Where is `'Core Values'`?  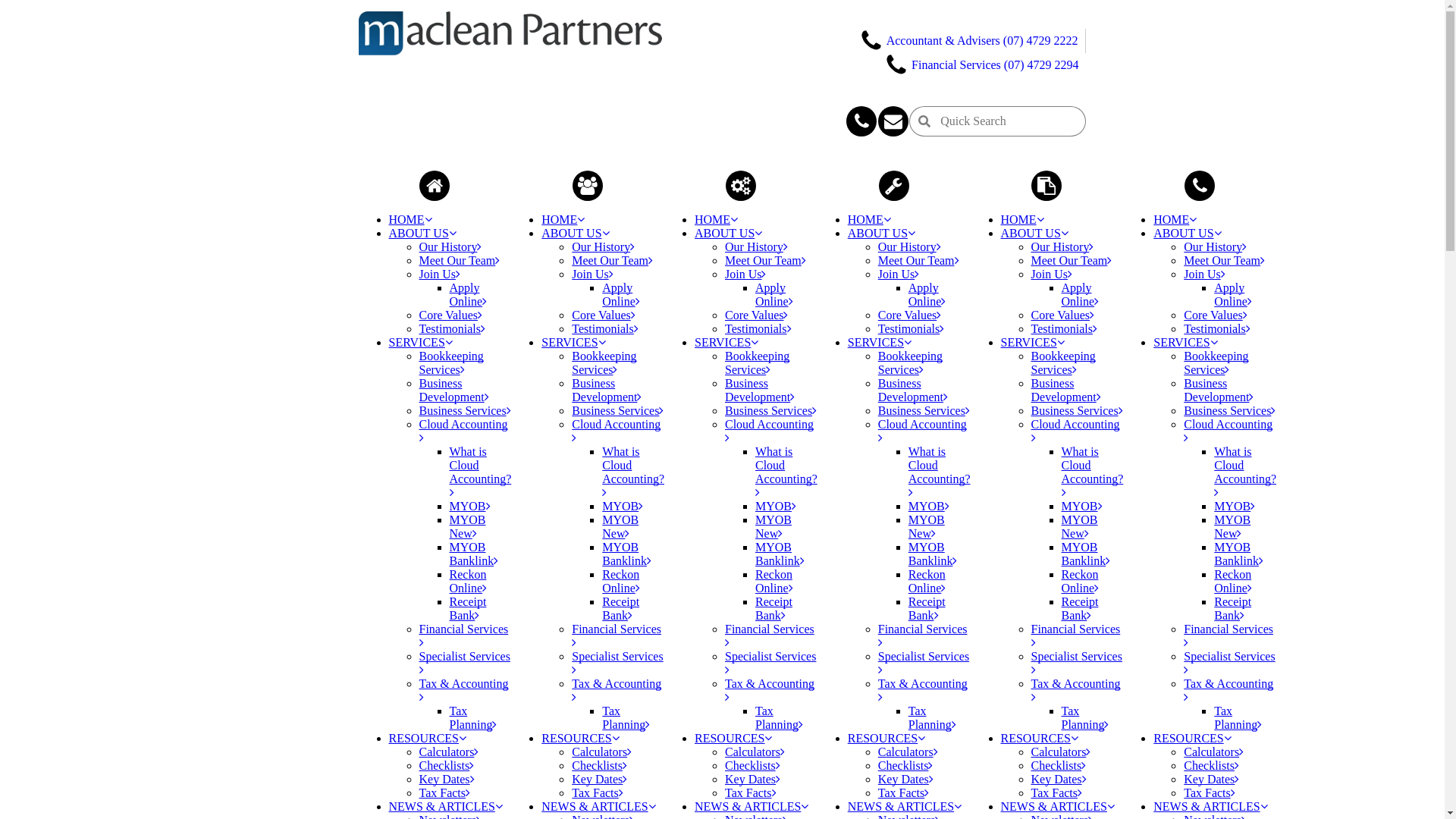 'Core Values' is located at coordinates (756, 314).